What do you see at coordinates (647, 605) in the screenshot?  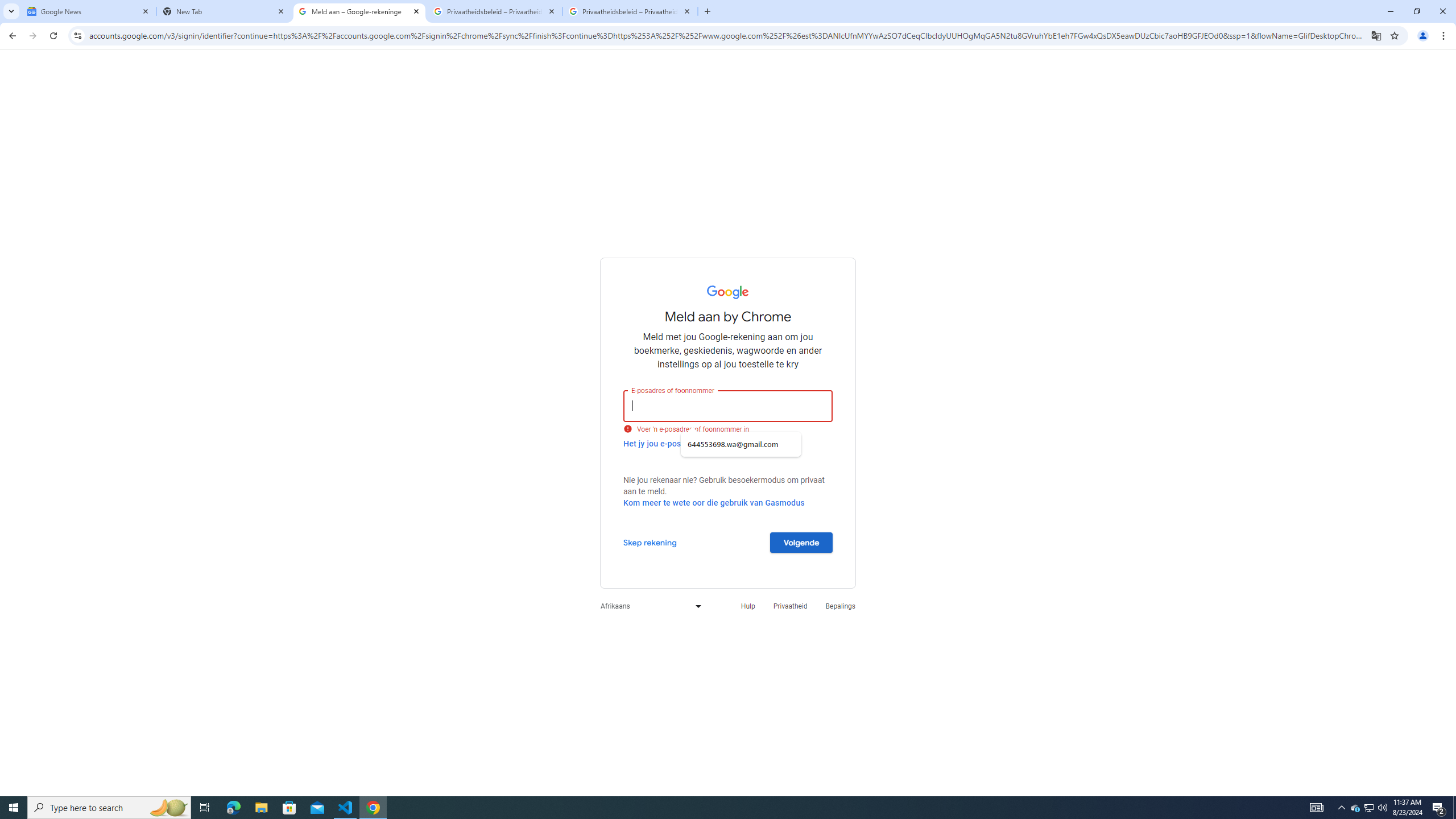 I see `'Afrikaans'` at bounding box center [647, 605].